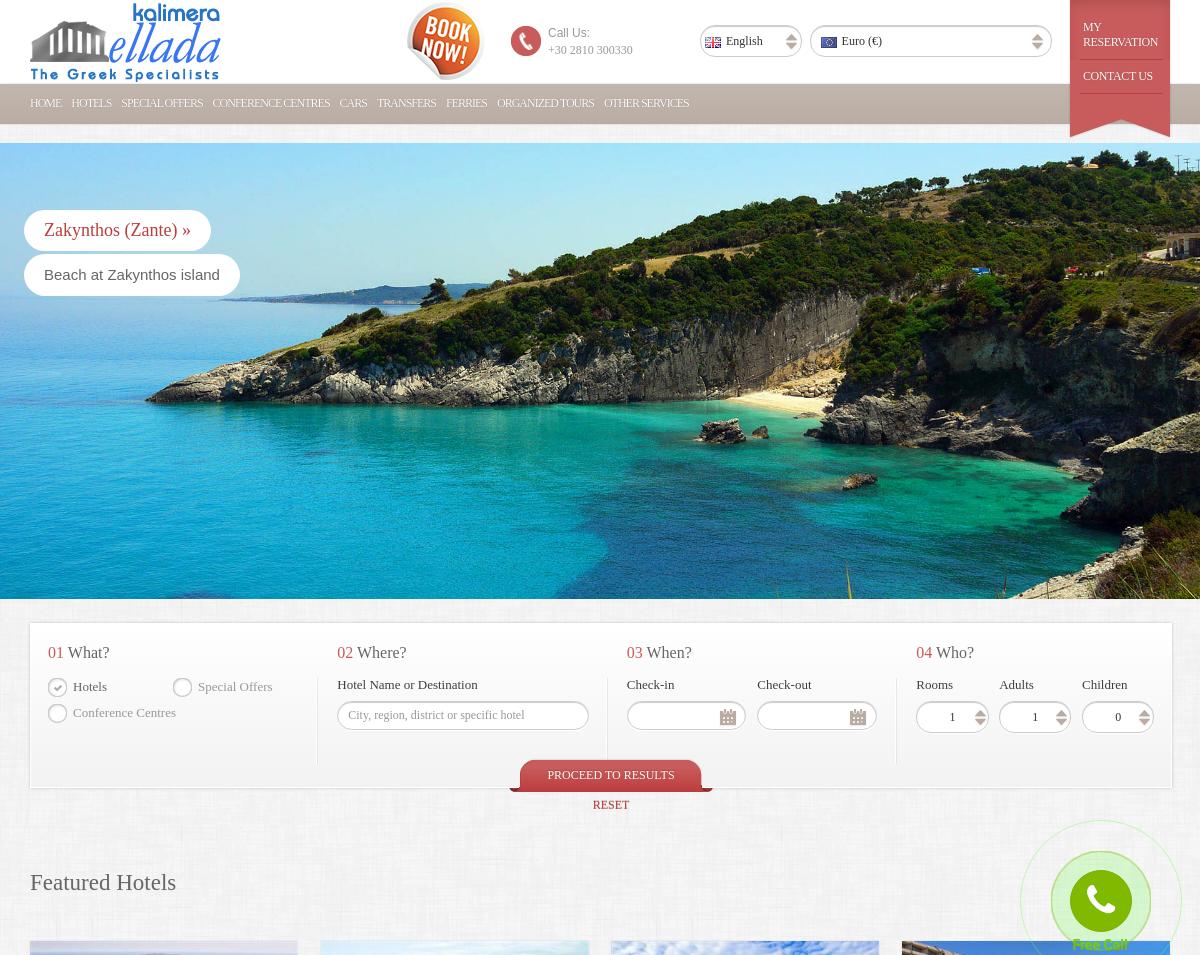 The height and width of the screenshot is (955, 1200). Describe the element at coordinates (544, 102) in the screenshot. I see `'Organized Tours'` at that location.